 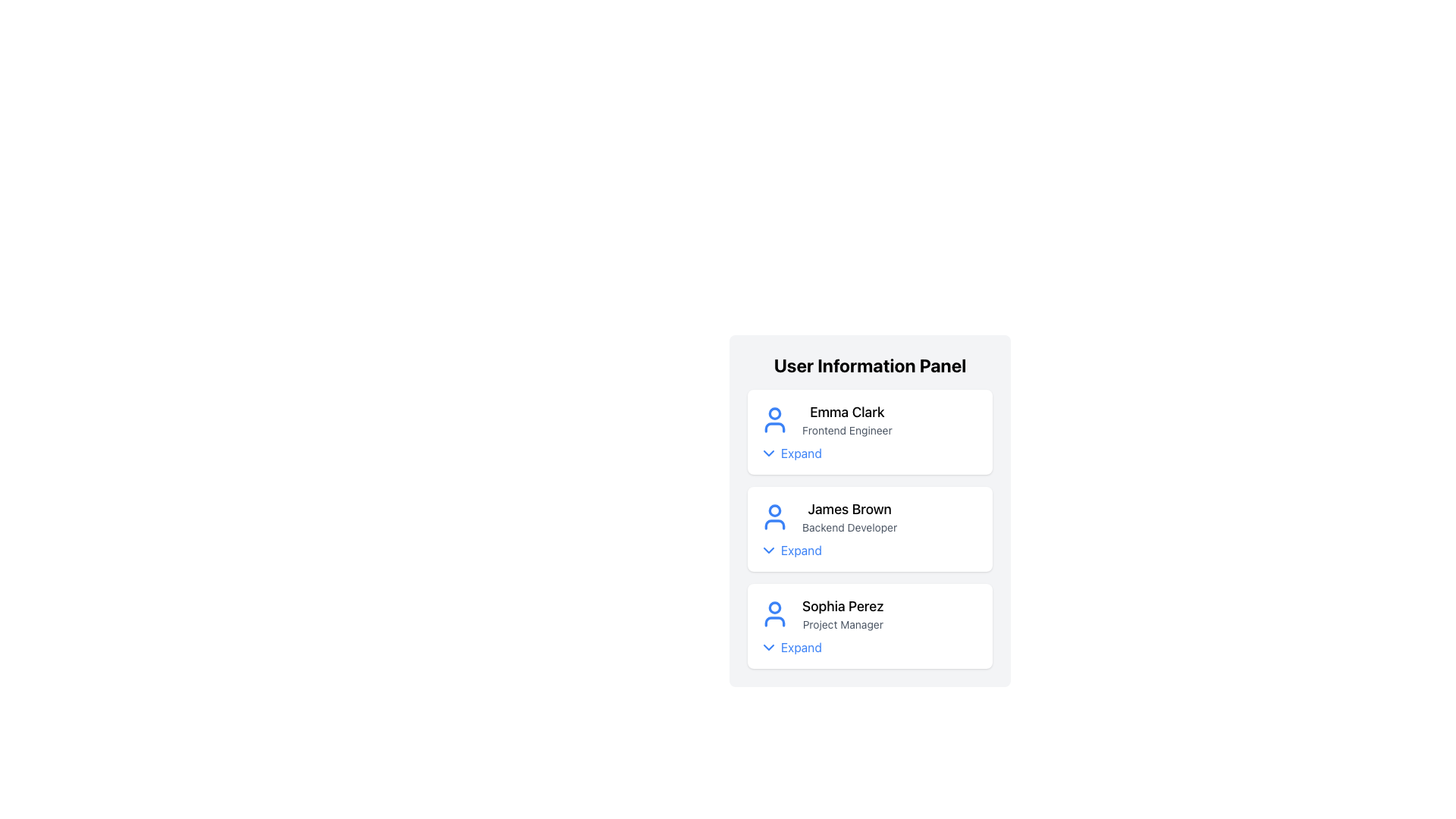 What do you see at coordinates (849, 526) in the screenshot?
I see `the text label displaying 'Backend Developer', which is styled plainly in gray and located directly below 'James Brown' in the user information card` at bounding box center [849, 526].